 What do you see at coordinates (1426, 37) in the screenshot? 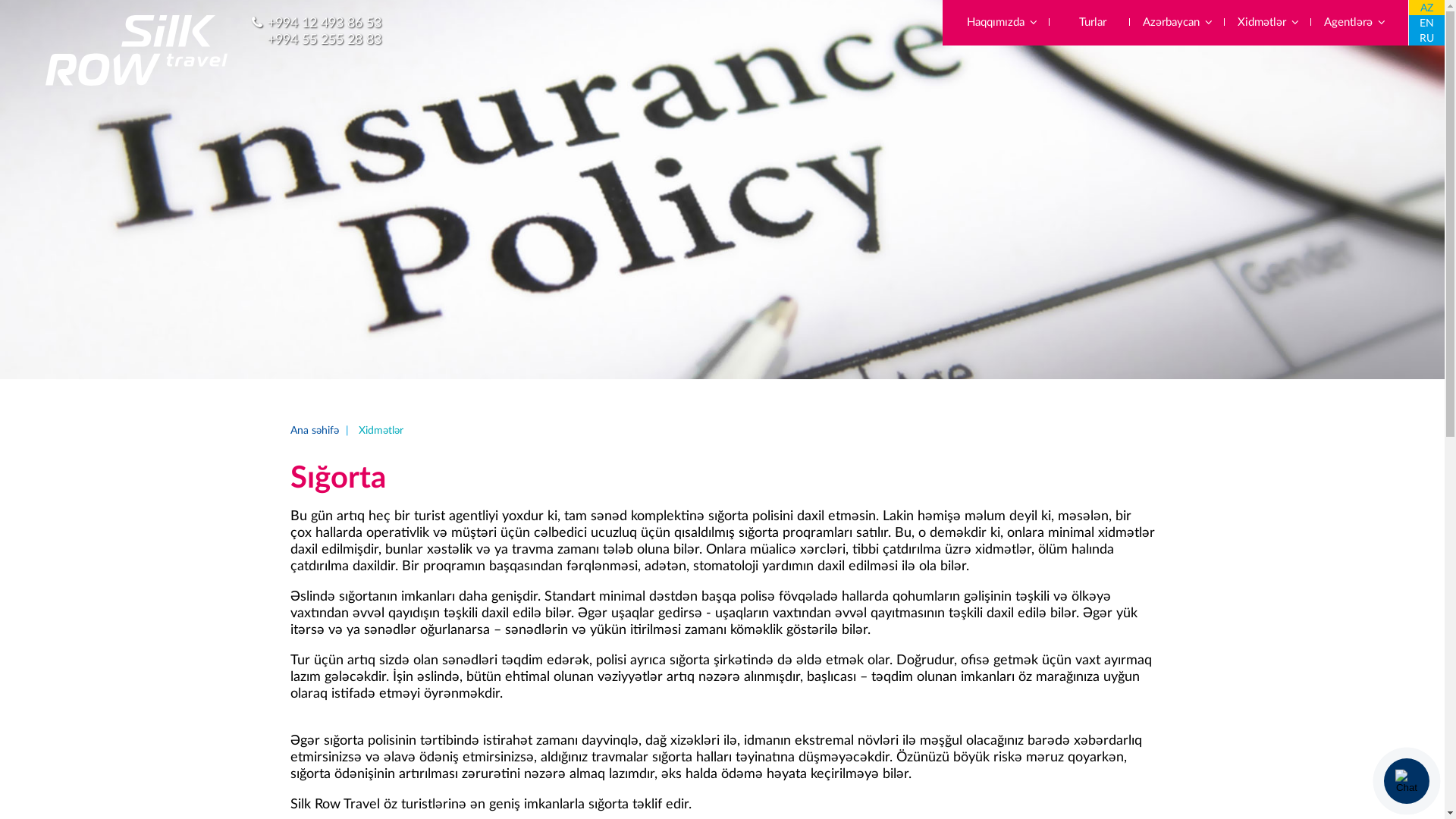
I see `'RU'` at bounding box center [1426, 37].